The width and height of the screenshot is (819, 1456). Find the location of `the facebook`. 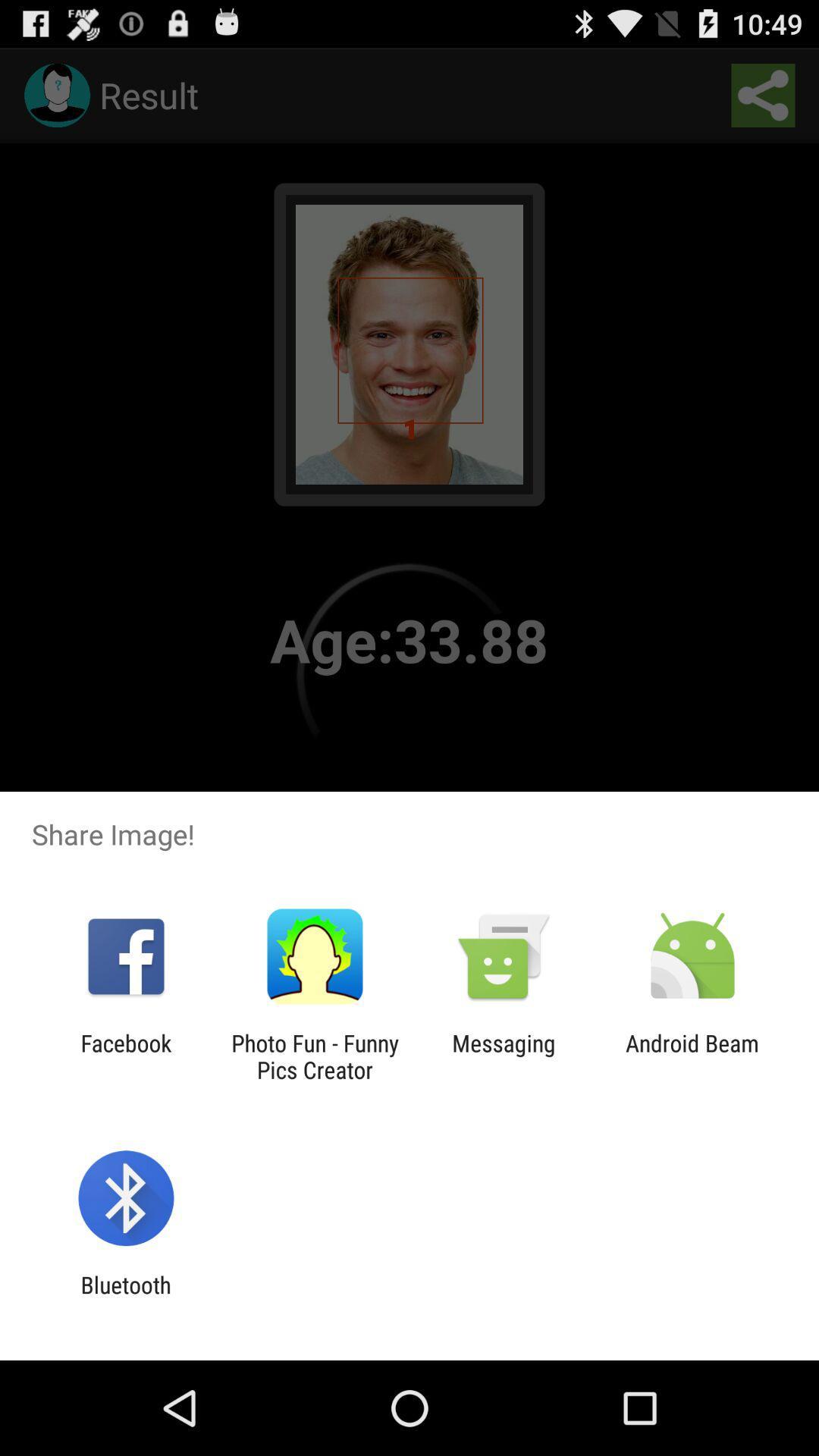

the facebook is located at coordinates (125, 1056).